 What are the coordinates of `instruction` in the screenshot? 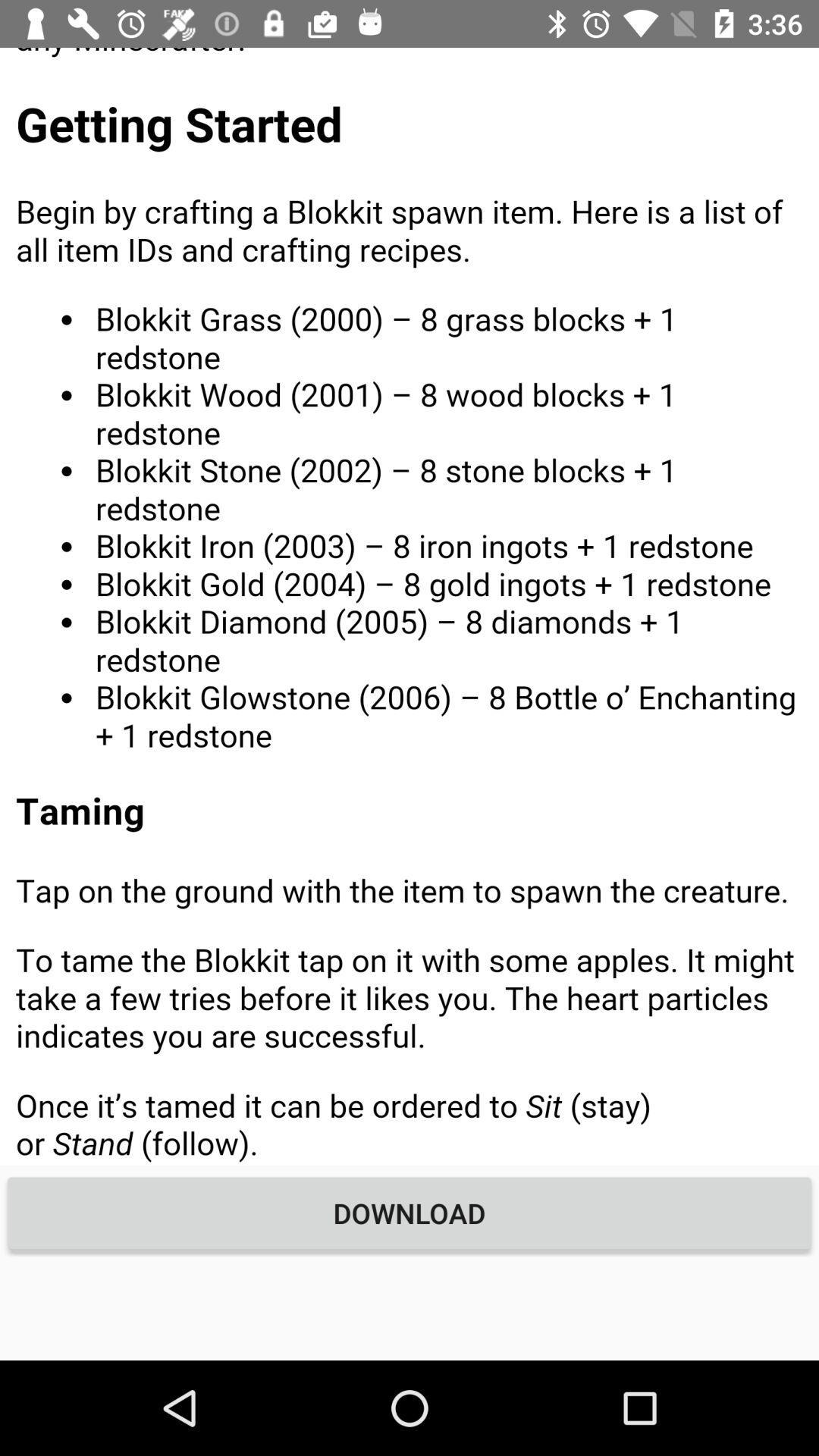 It's located at (409, 605).